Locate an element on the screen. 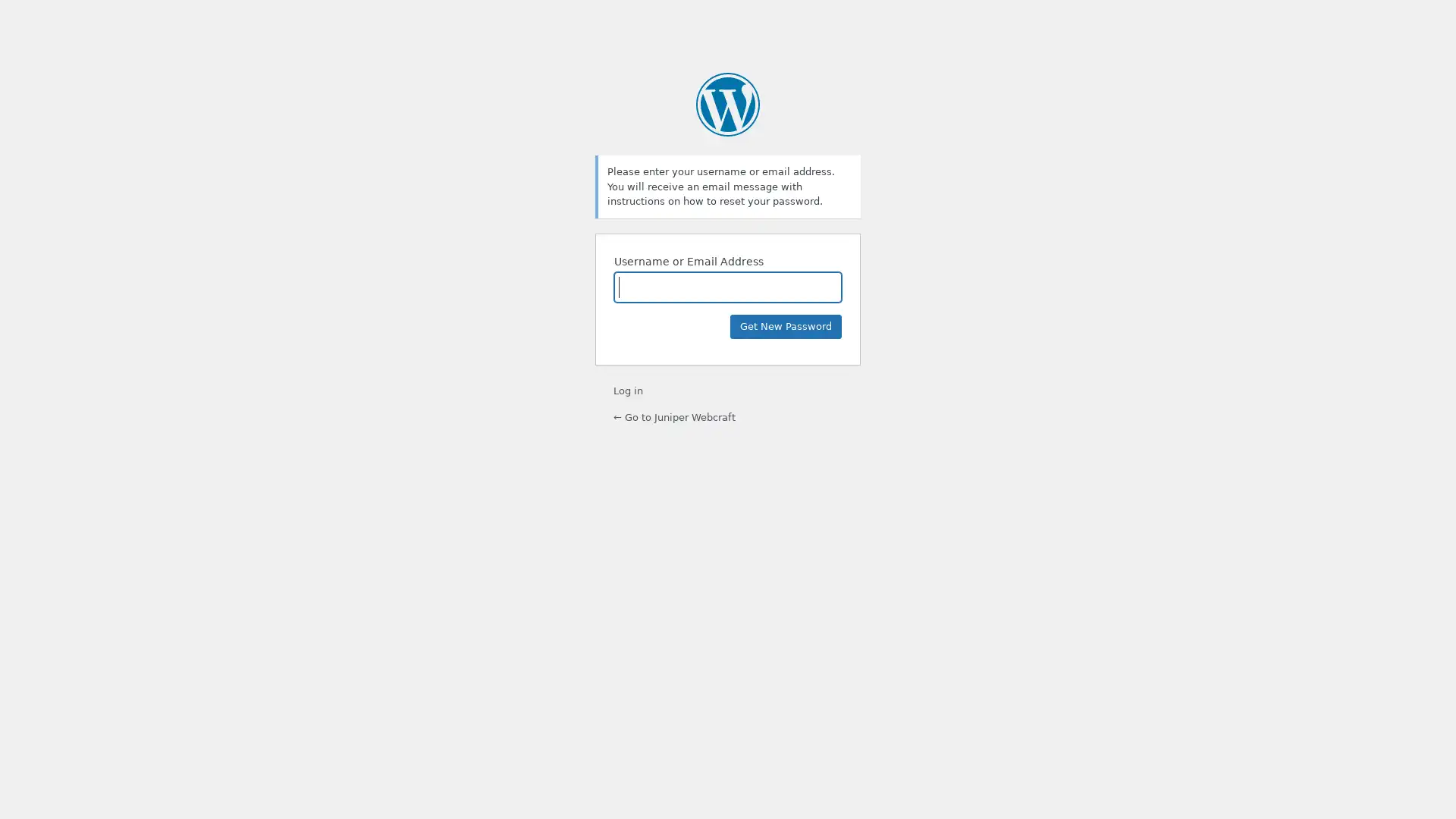  Get New Password is located at coordinates (786, 325).